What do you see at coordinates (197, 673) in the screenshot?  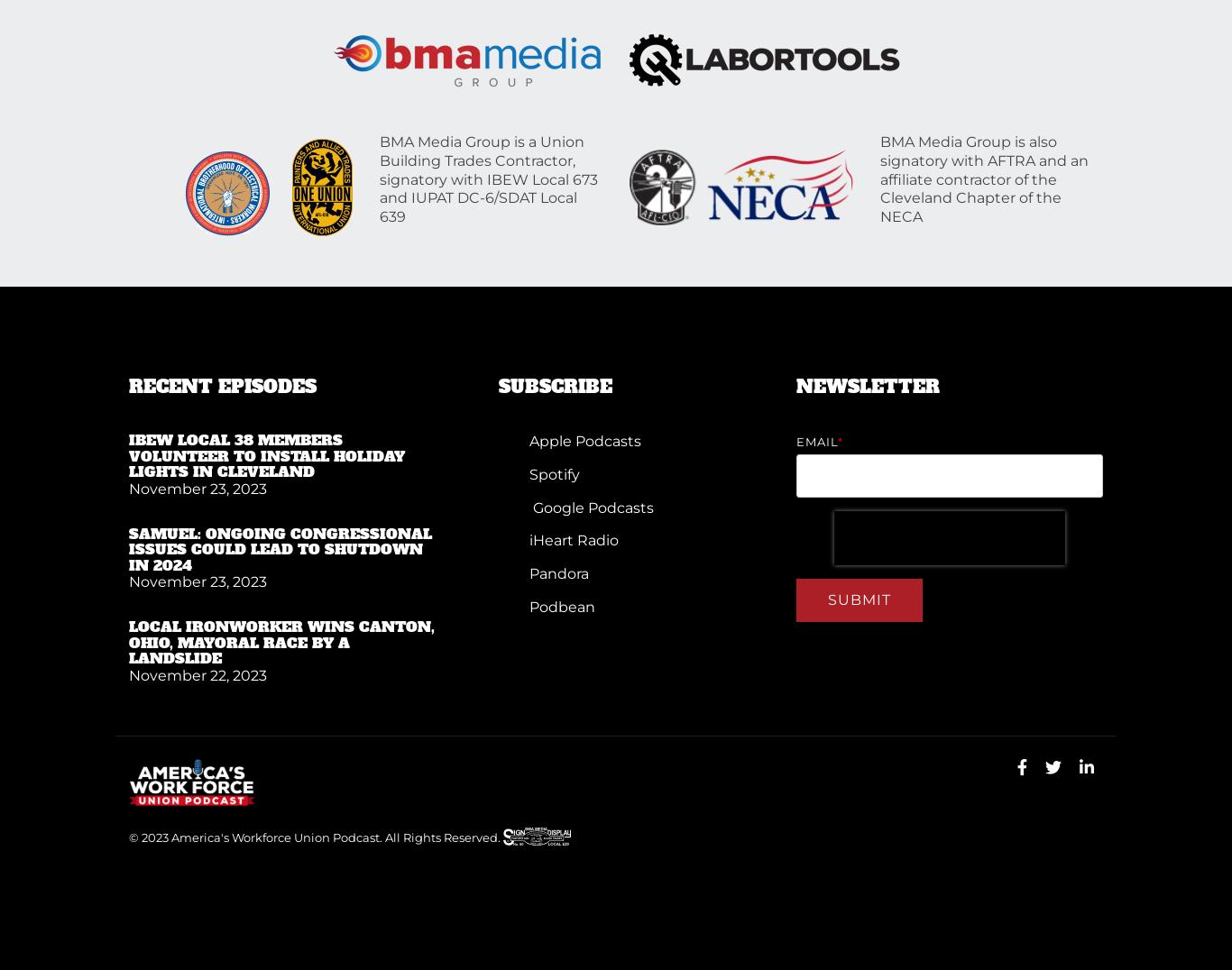 I see `'November 22, 2023'` at bounding box center [197, 673].